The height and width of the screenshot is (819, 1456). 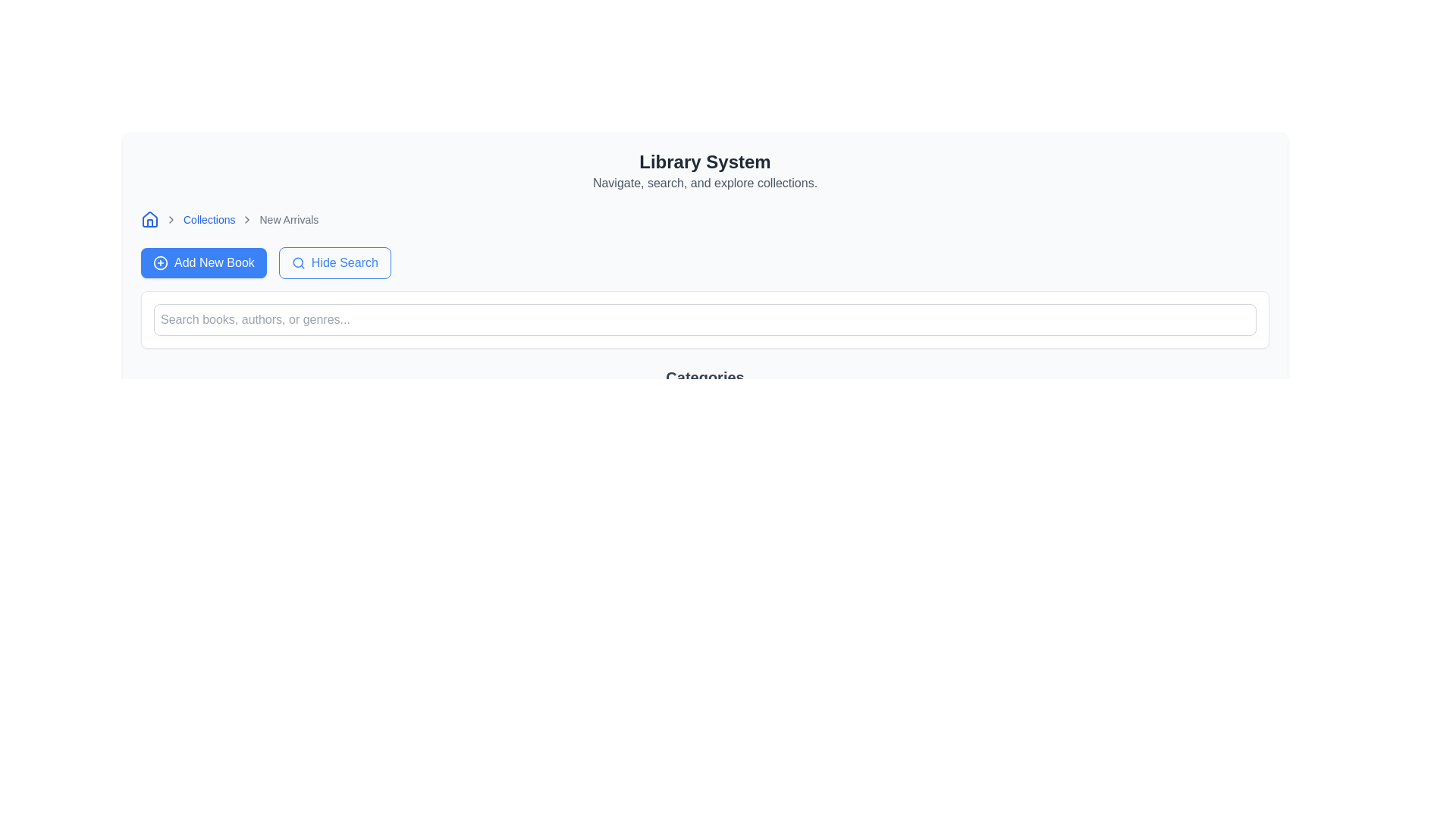 What do you see at coordinates (289, 219) in the screenshot?
I see `the 'New Arrivals' text label, which is a medium-sized gray font label part of the breadcrumb navigation structure, located next to a right-pointing arrow icon and following the text 'Collections'` at bounding box center [289, 219].